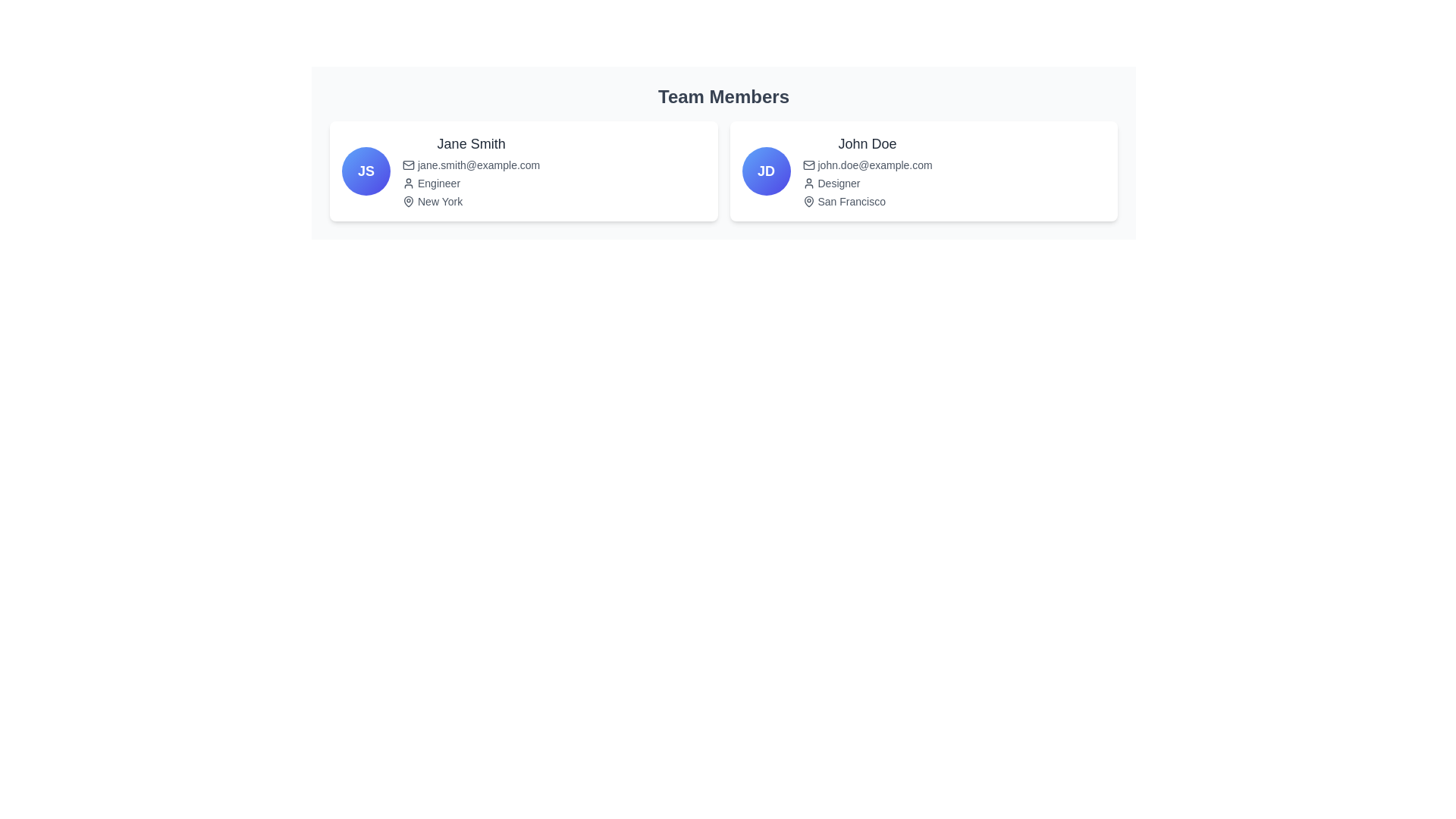 The image size is (1456, 819). Describe the element at coordinates (408, 165) in the screenshot. I see `the email icon located immediately to the left of the text 'jane.smith@example.com'` at that location.